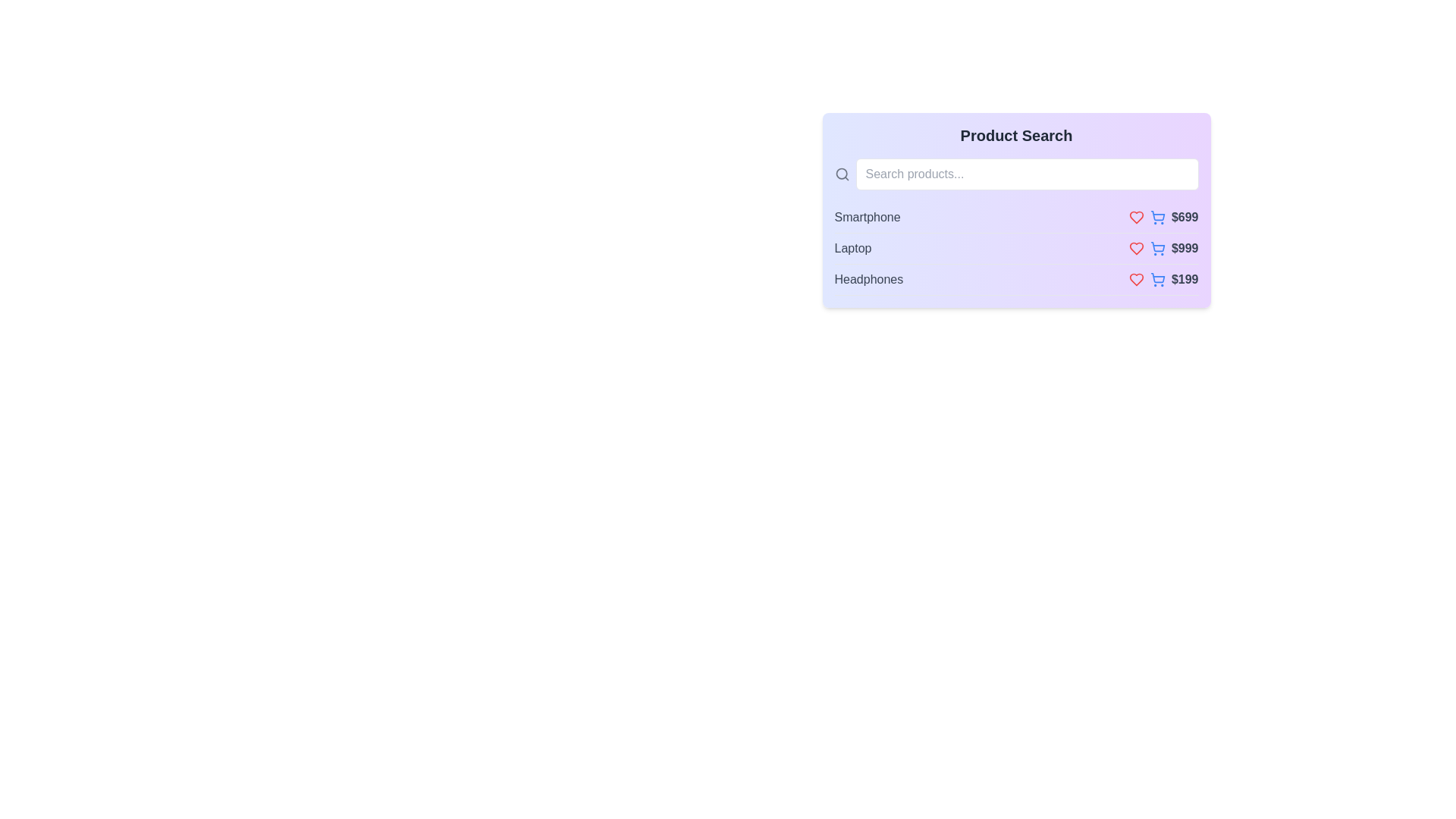 The width and height of the screenshot is (1456, 819). I want to click on the price tag displaying '$999' in gray color, located to the right of the shopping cart icon in the 'Laptop' section of the display, so click(1163, 247).